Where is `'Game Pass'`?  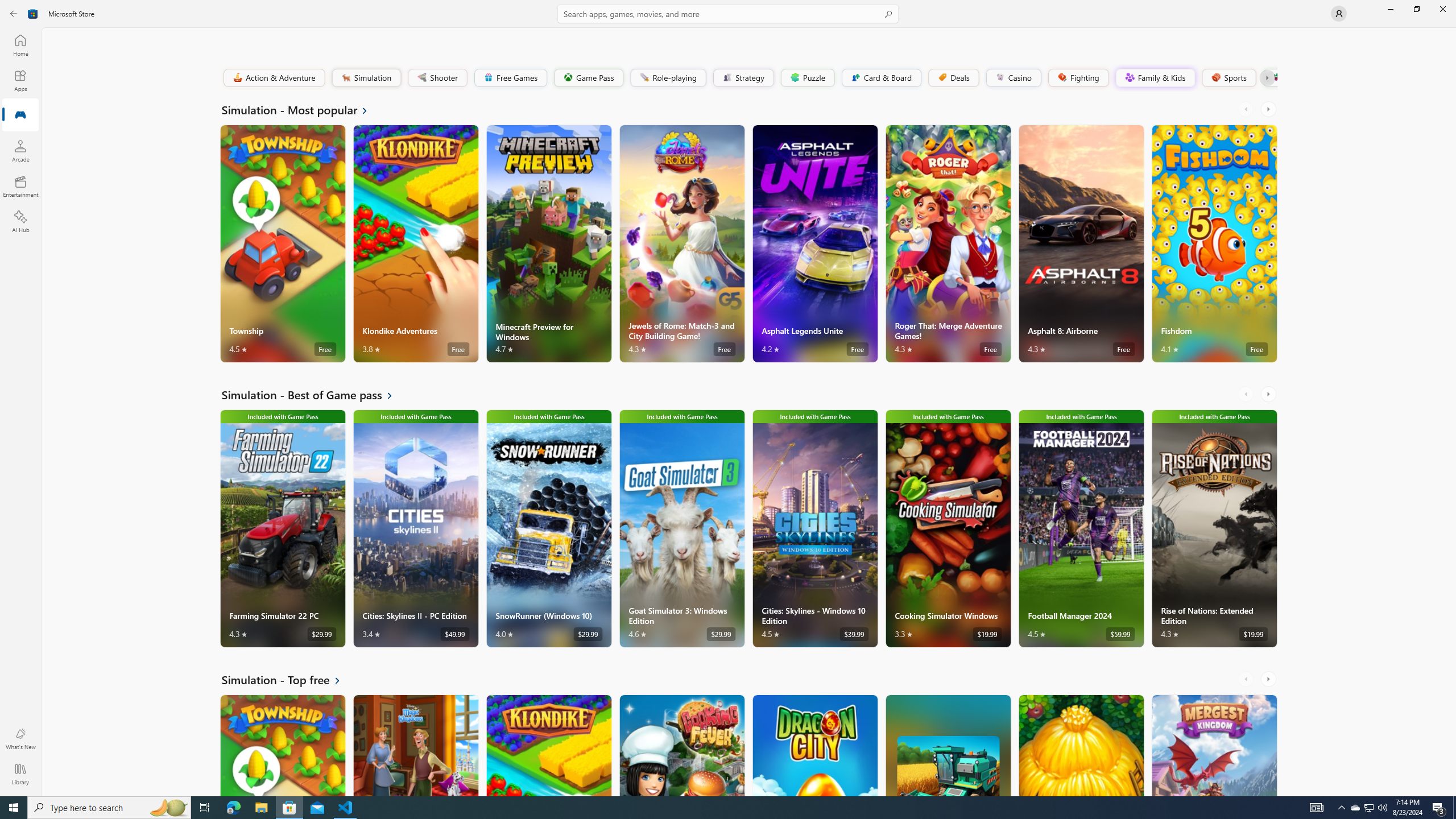 'Game Pass' is located at coordinates (588, 77).